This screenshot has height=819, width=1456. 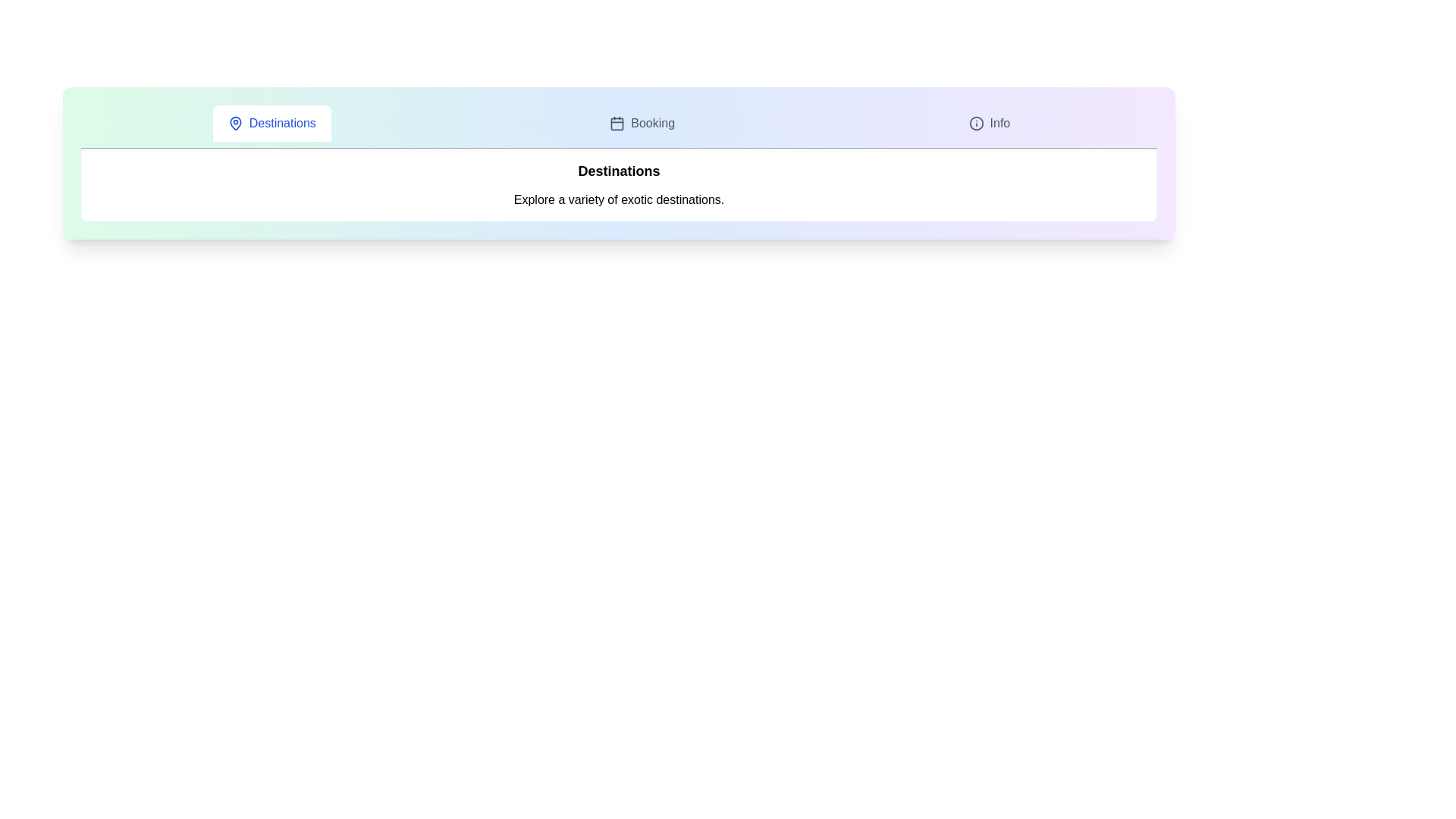 I want to click on the Info tab to read its content, so click(x=989, y=122).